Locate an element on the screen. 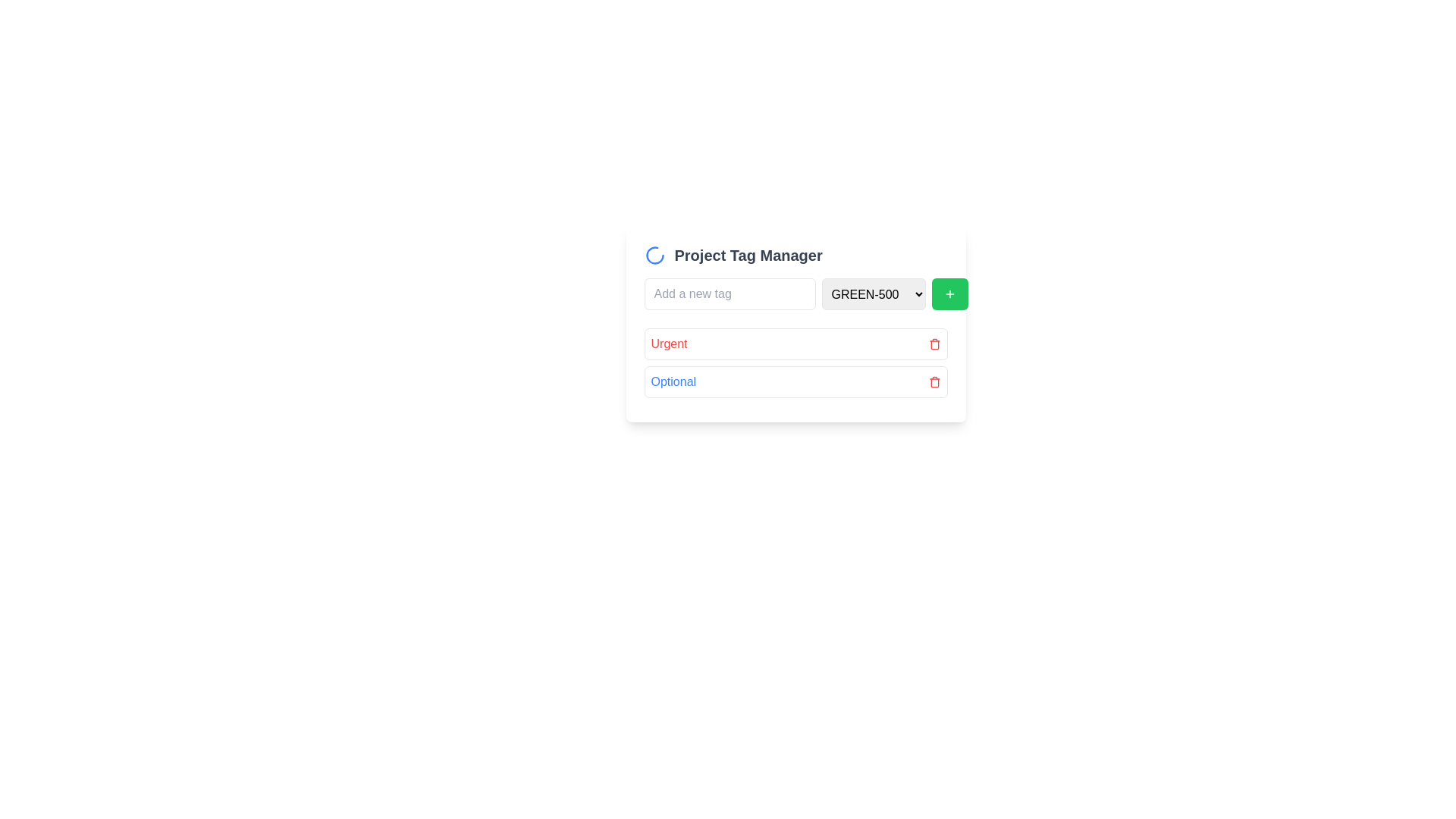 The image size is (1456, 819). the text 'Urgent' on the Tag list item with delete functionality, which is styled in bold red and positioned above the 'Optional' bar is located at coordinates (795, 344).